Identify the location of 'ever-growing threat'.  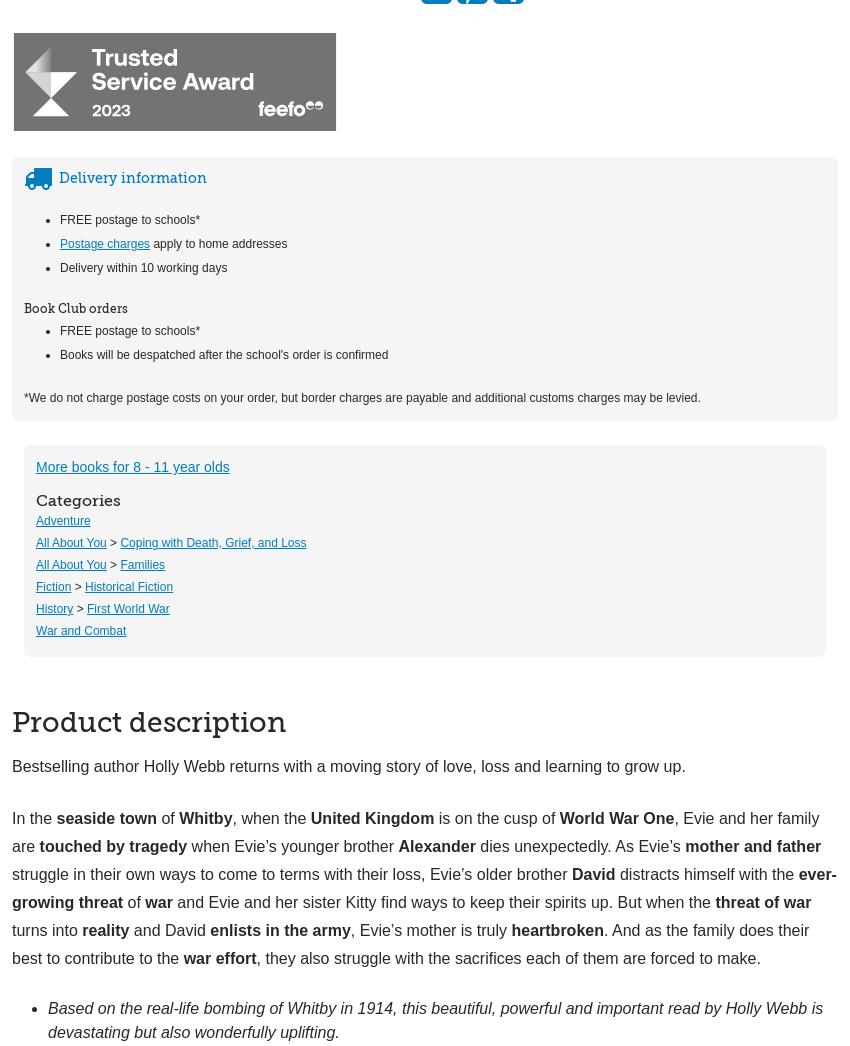
(423, 886).